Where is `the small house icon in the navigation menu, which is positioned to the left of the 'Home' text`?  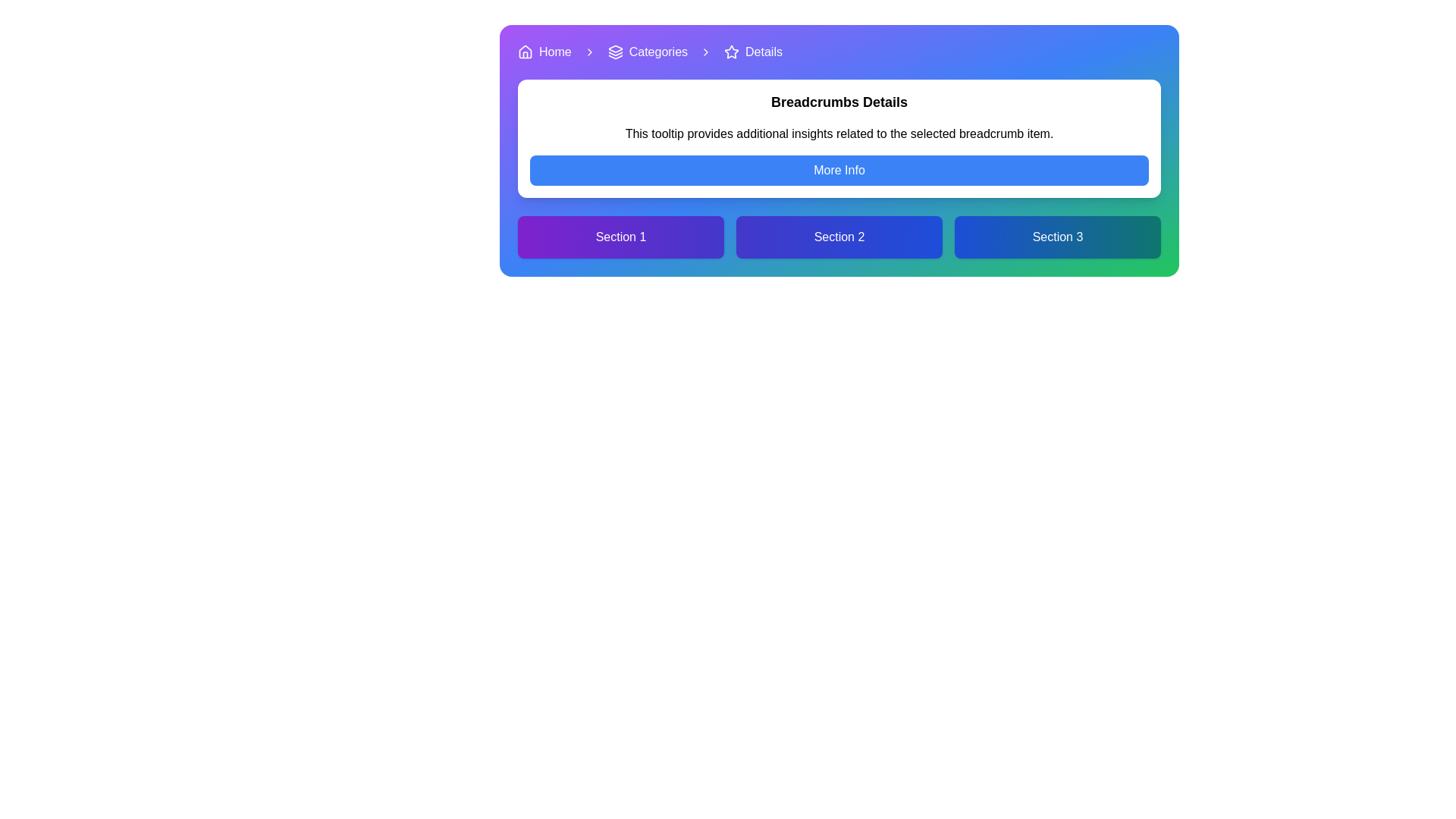 the small house icon in the navigation menu, which is positioned to the left of the 'Home' text is located at coordinates (525, 52).